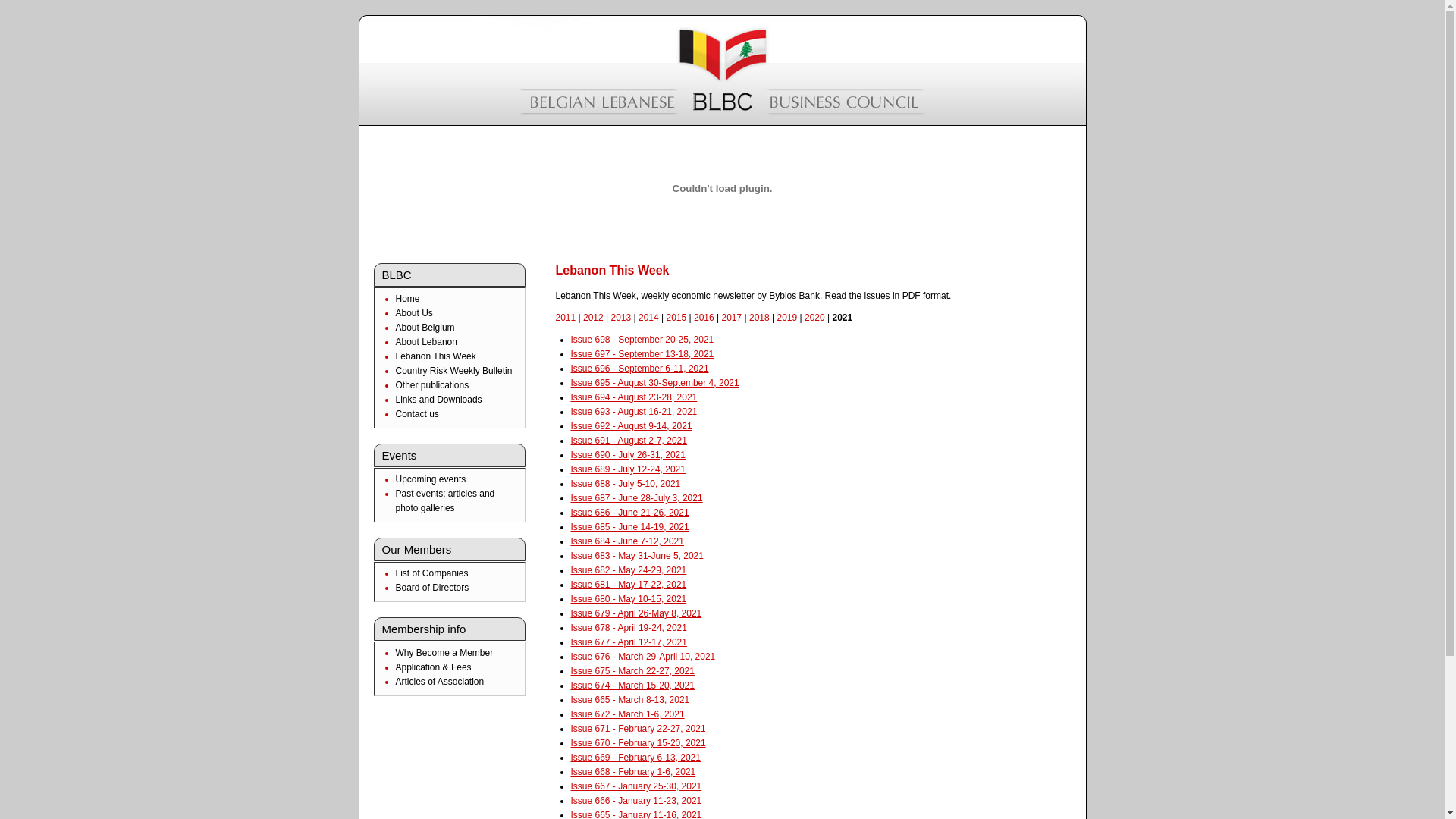  Describe the element at coordinates (630, 426) in the screenshot. I see `'Issue 692 - August 9-14, 2021'` at that location.